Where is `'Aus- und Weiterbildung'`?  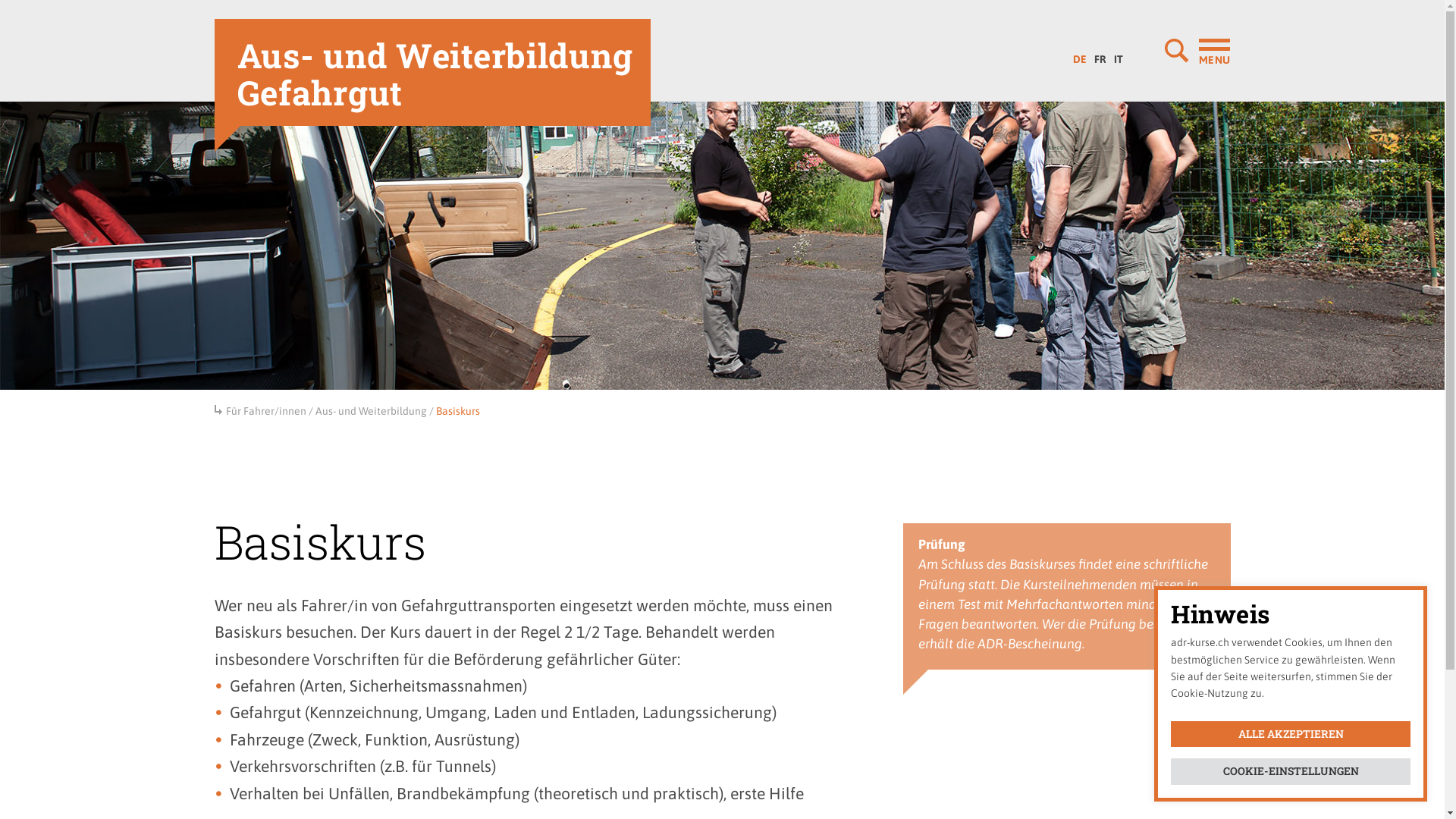 'Aus- und Weiterbildung' is located at coordinates (371, 411).